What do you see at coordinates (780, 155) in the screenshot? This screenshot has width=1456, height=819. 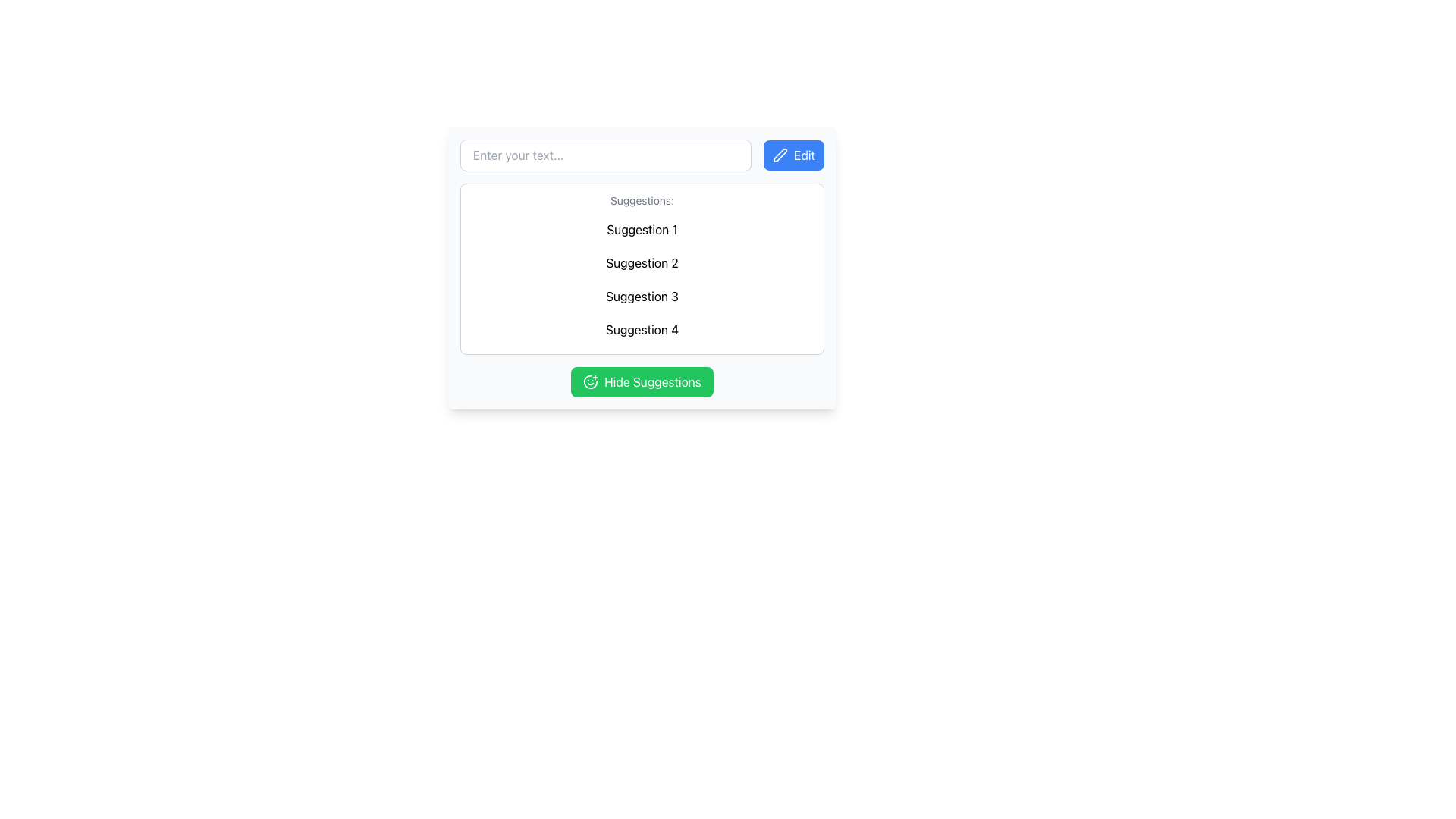 I see `the SVG pen icon, which is located inside the 'Edit' button on the right side of the application interface` at bounding box center [780, 155].